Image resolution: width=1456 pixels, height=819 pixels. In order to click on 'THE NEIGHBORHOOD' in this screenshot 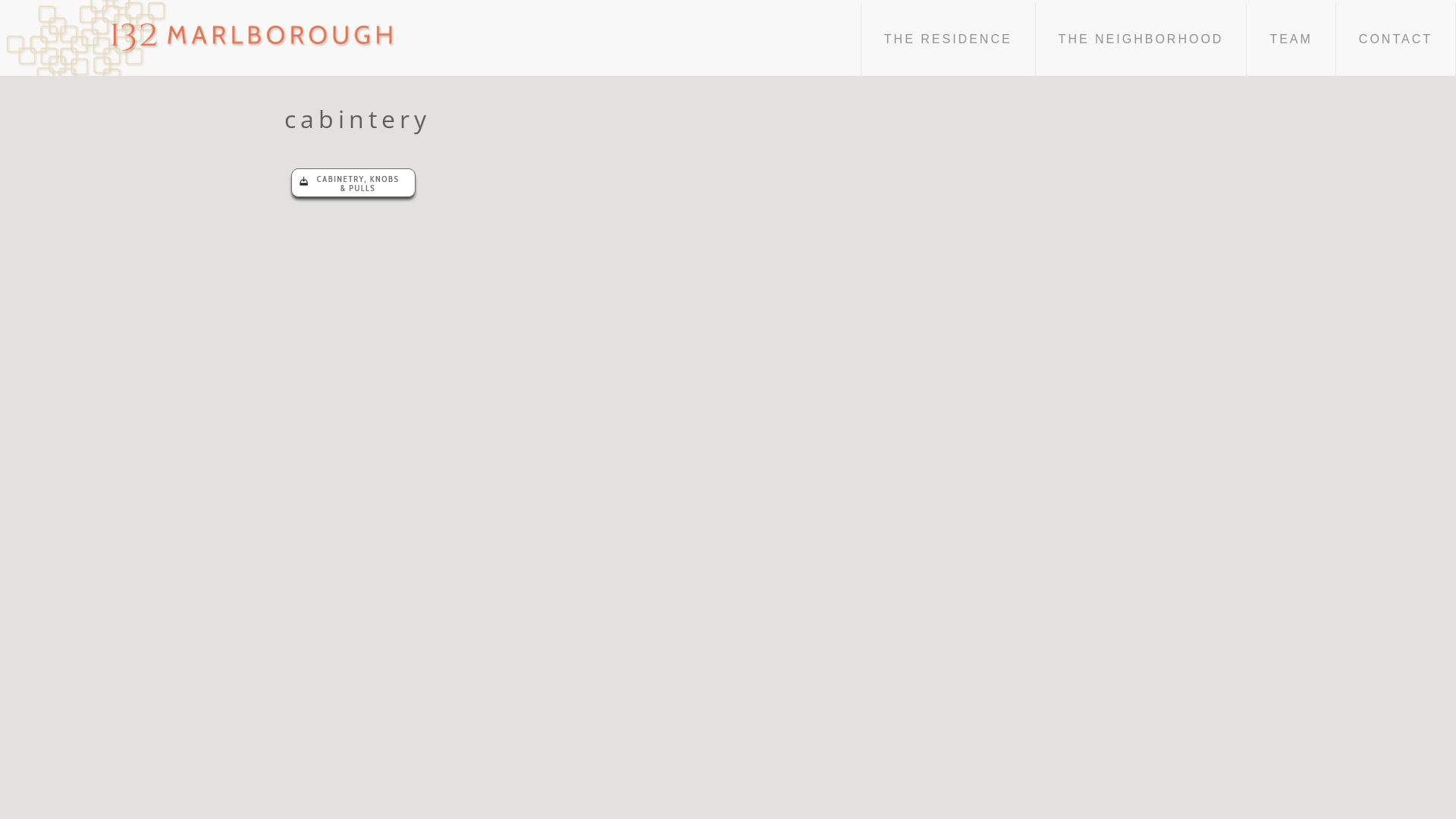, I will do `click(1141, 40)`.